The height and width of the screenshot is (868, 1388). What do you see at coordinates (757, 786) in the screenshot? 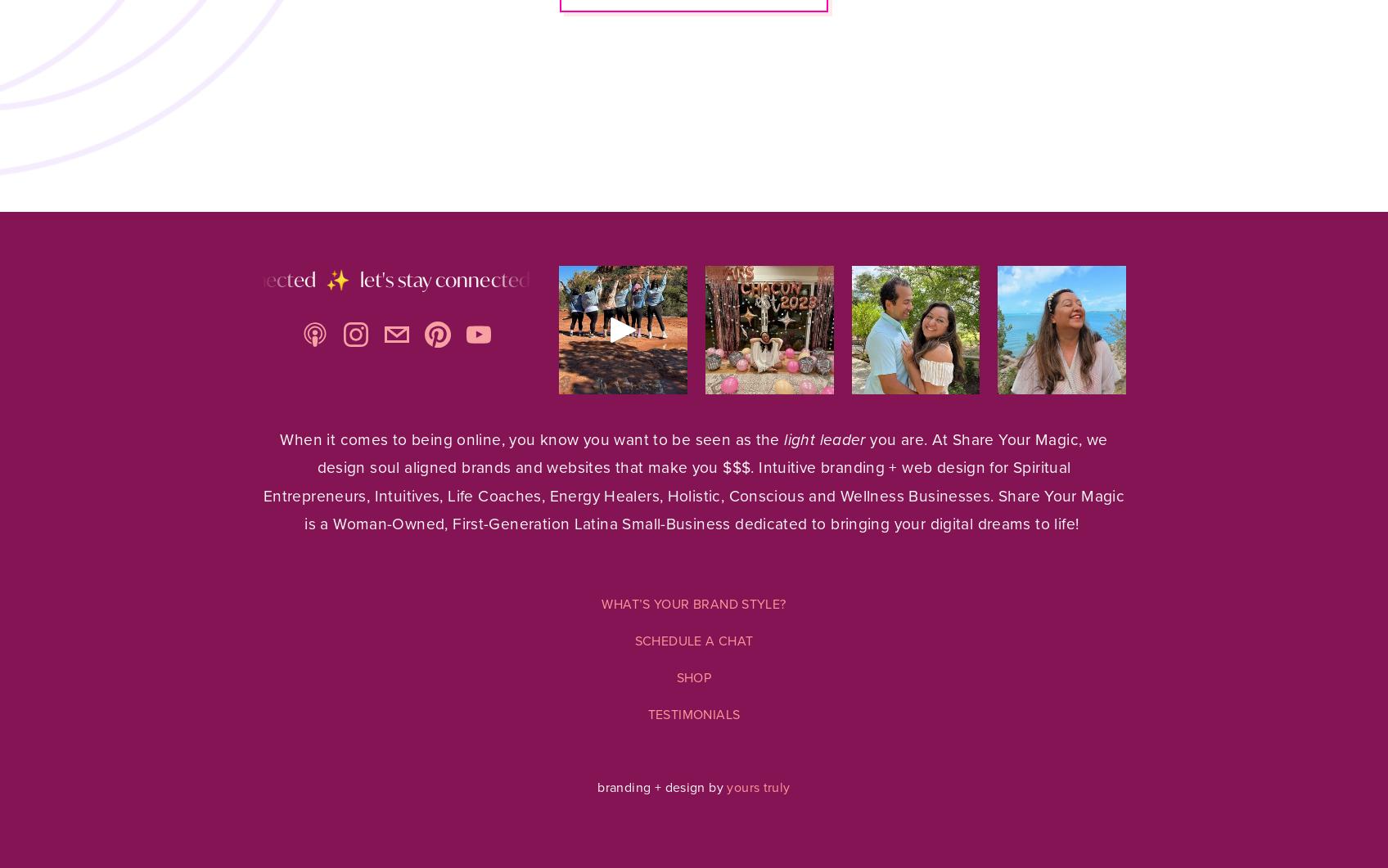
I see `'yours truly'` at bounding box center [757, 786].